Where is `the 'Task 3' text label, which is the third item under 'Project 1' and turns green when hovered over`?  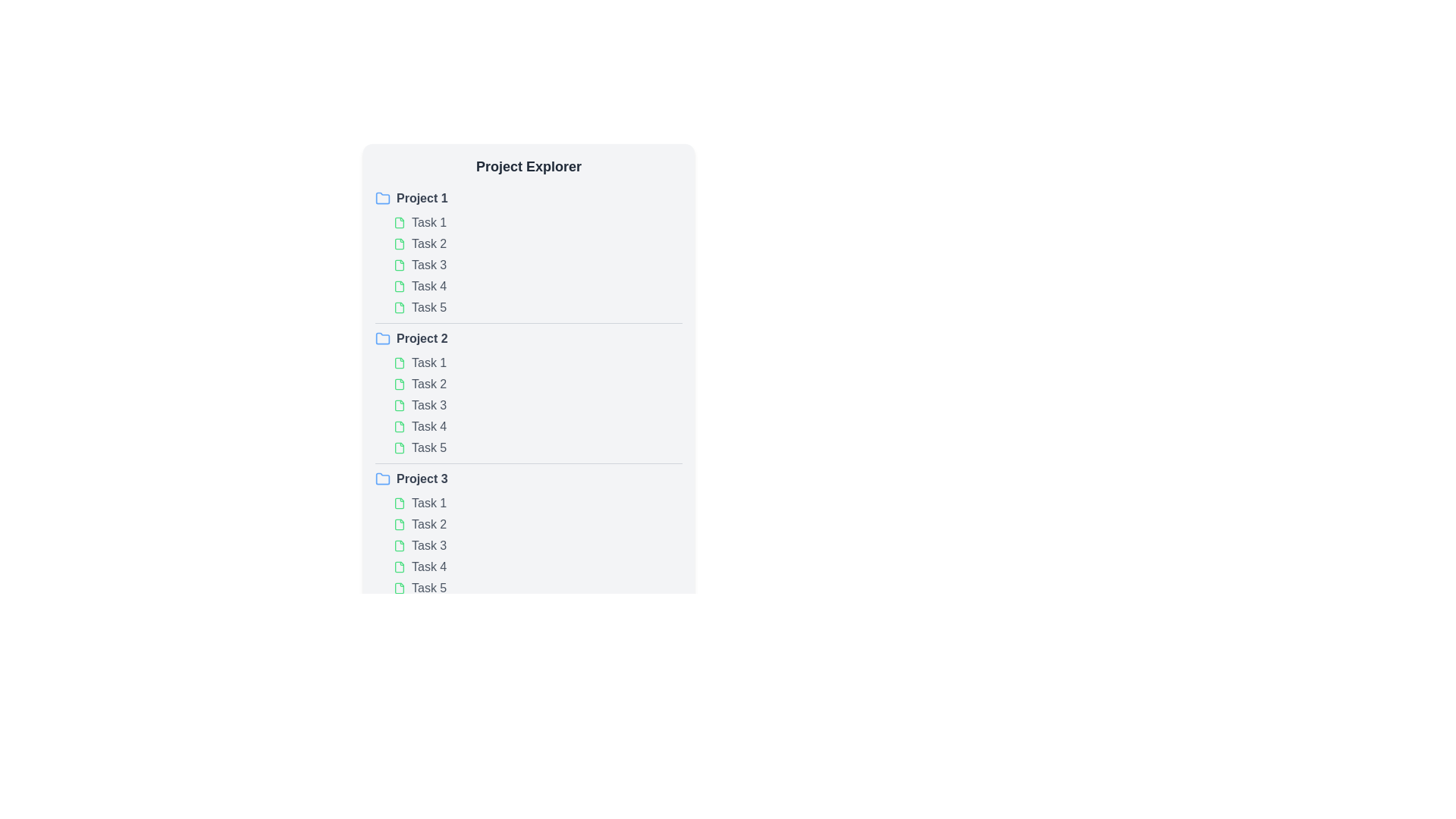 the 'Task 3' text label, which is the third item under 'Project 1' and turns green when hovered over is located at coordinates (428, 265).